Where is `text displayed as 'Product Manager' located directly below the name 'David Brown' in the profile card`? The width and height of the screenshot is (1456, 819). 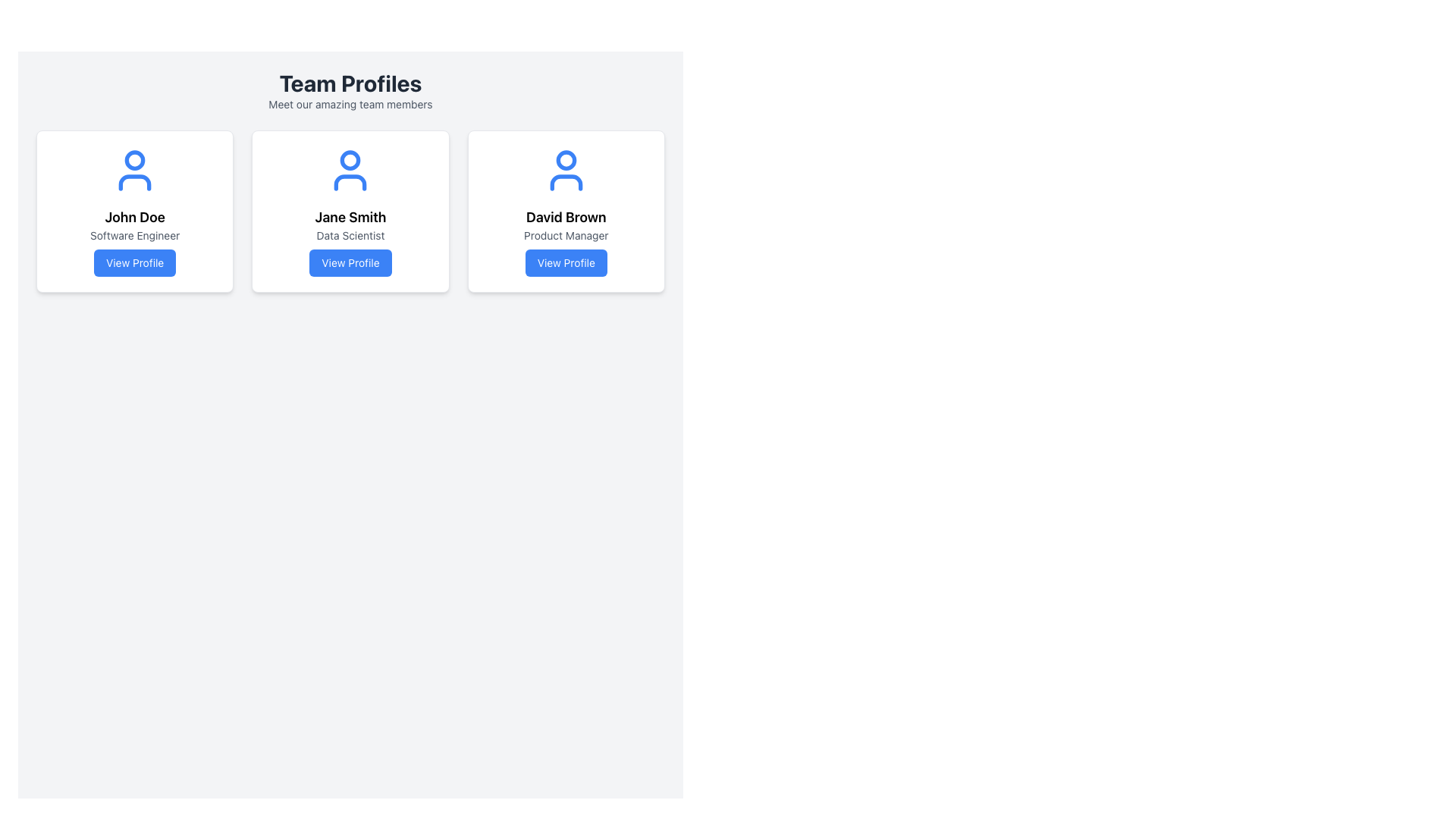 text displayed as 'Product Manager' located directly below the name 'David Brown' in the profile card is located at coordinates (565, 236).